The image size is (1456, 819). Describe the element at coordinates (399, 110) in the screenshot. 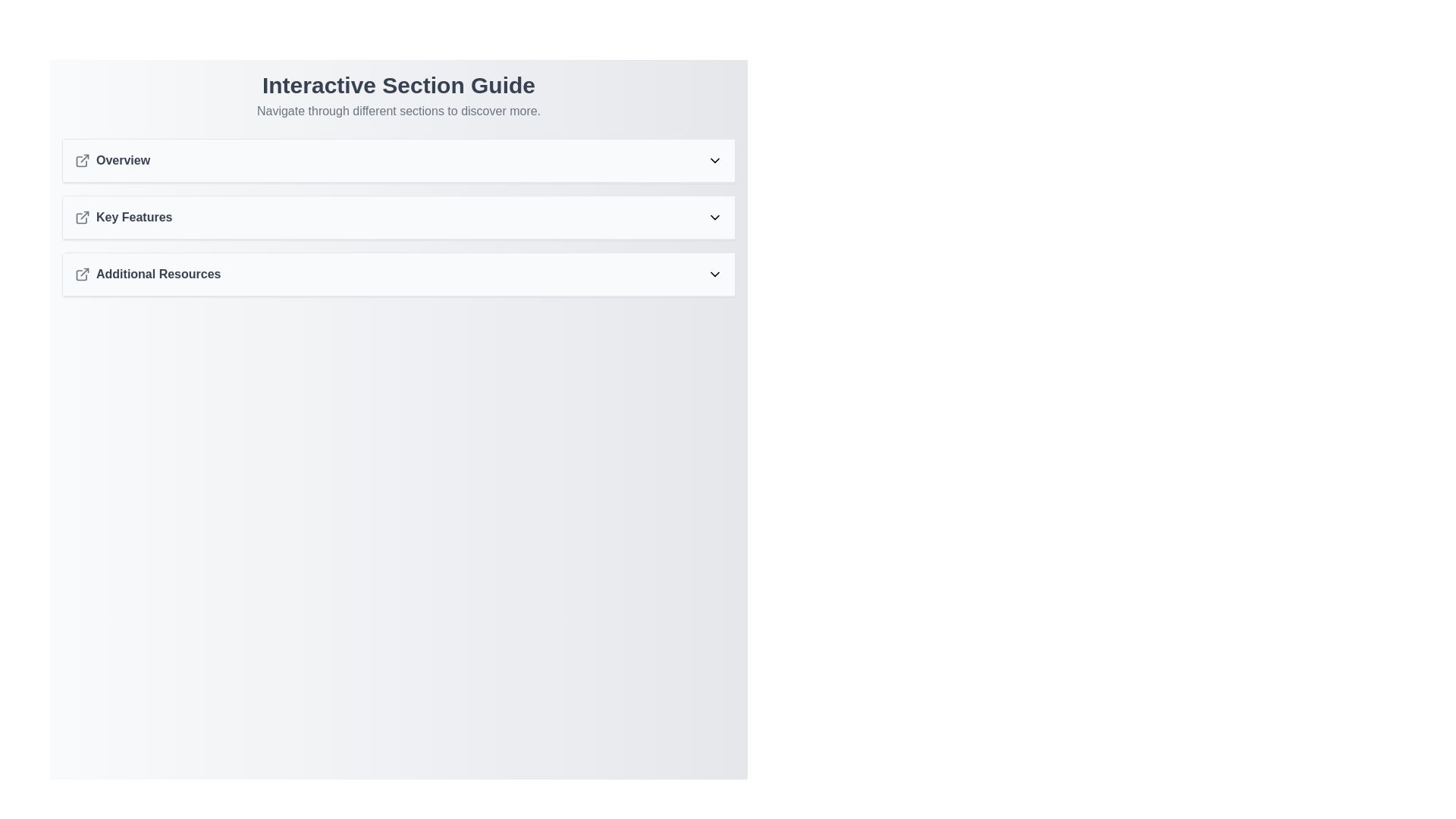

I see `the static text that reads 'Navigate through different sections to discover more.', which is styled in muted gray and located below the header 'Interactive Section Guide.'` at that location.